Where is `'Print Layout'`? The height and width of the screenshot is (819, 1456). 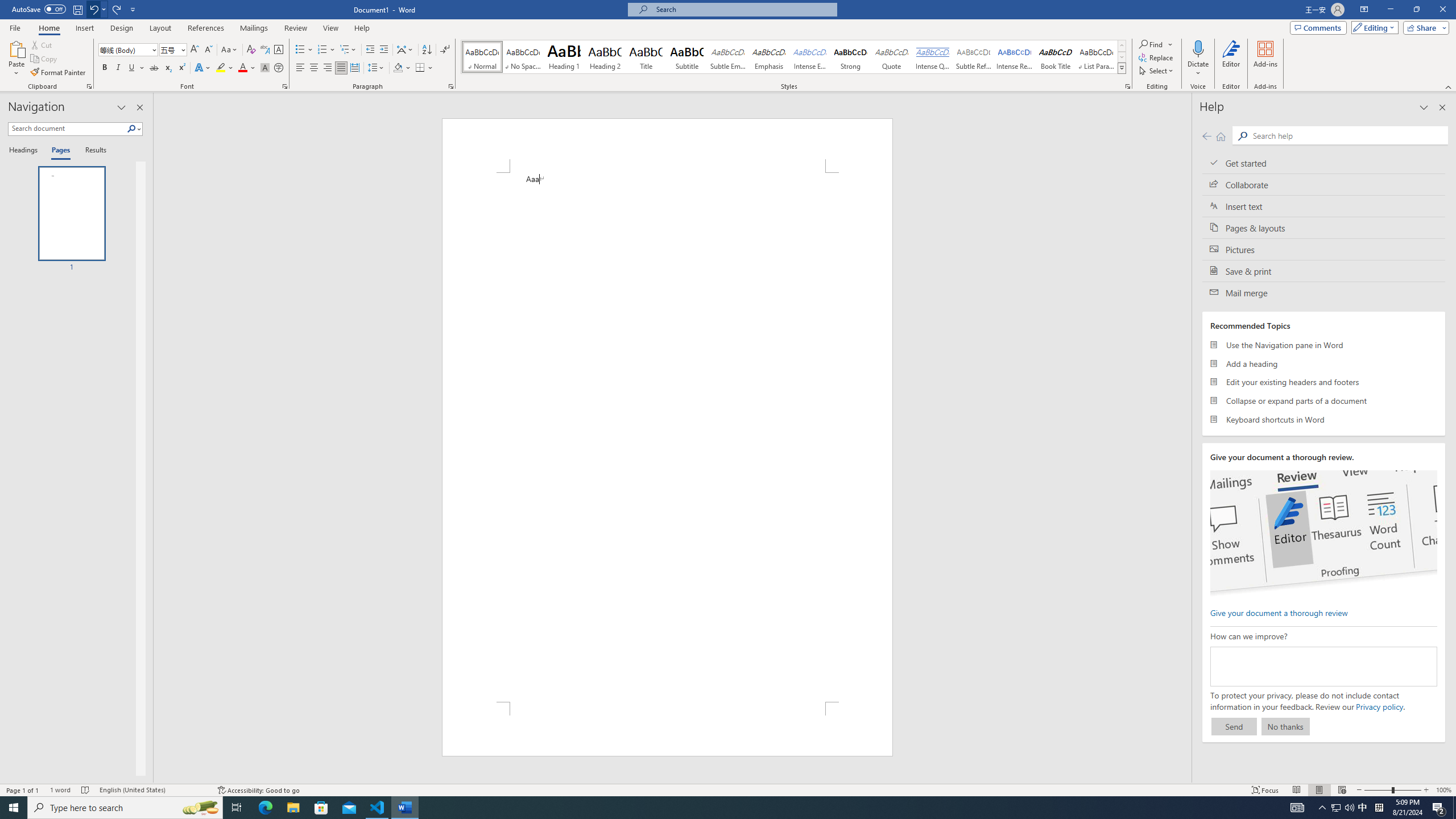 'Print Layout' is located at coordinates (1319, 790).